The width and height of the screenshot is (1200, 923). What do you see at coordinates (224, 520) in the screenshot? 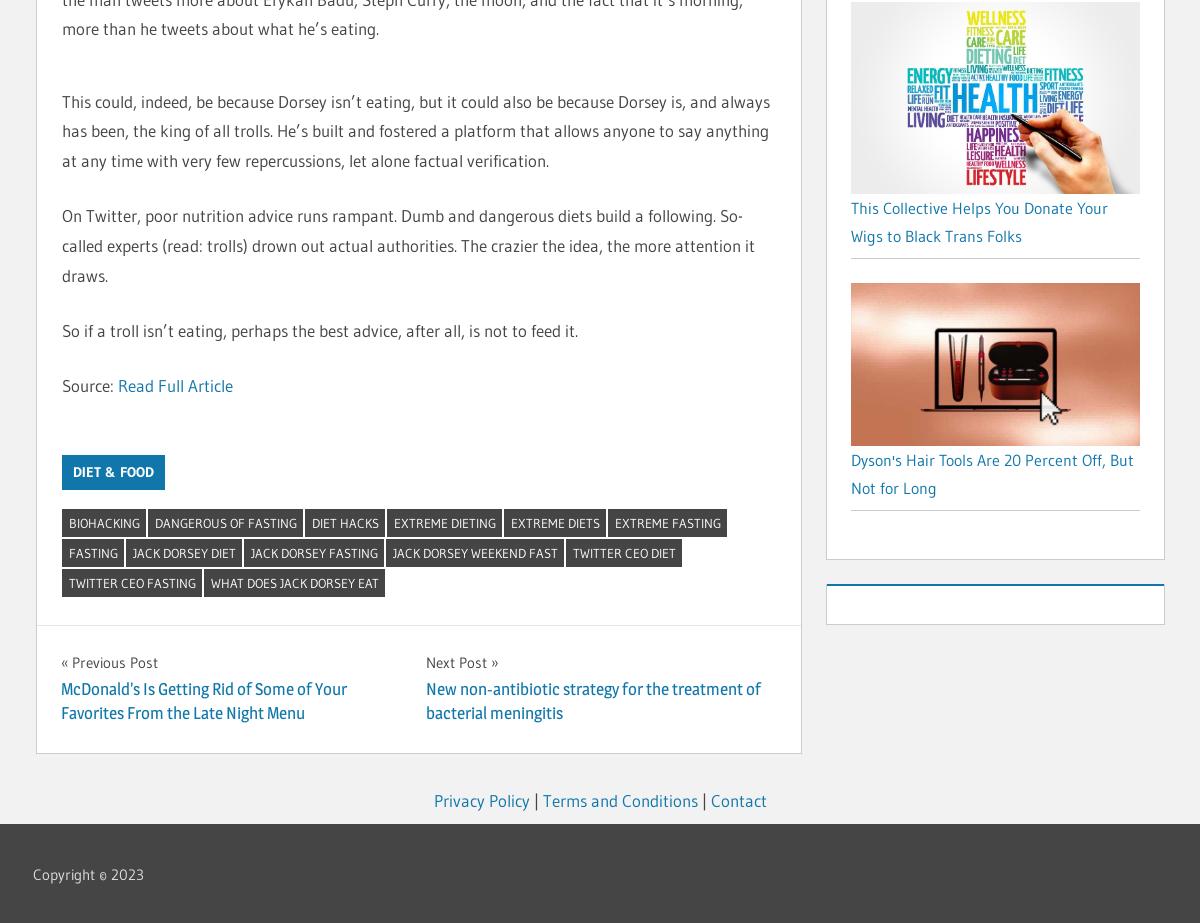
I see `'dangerous of fasting'` at bounding box center [224, 520].